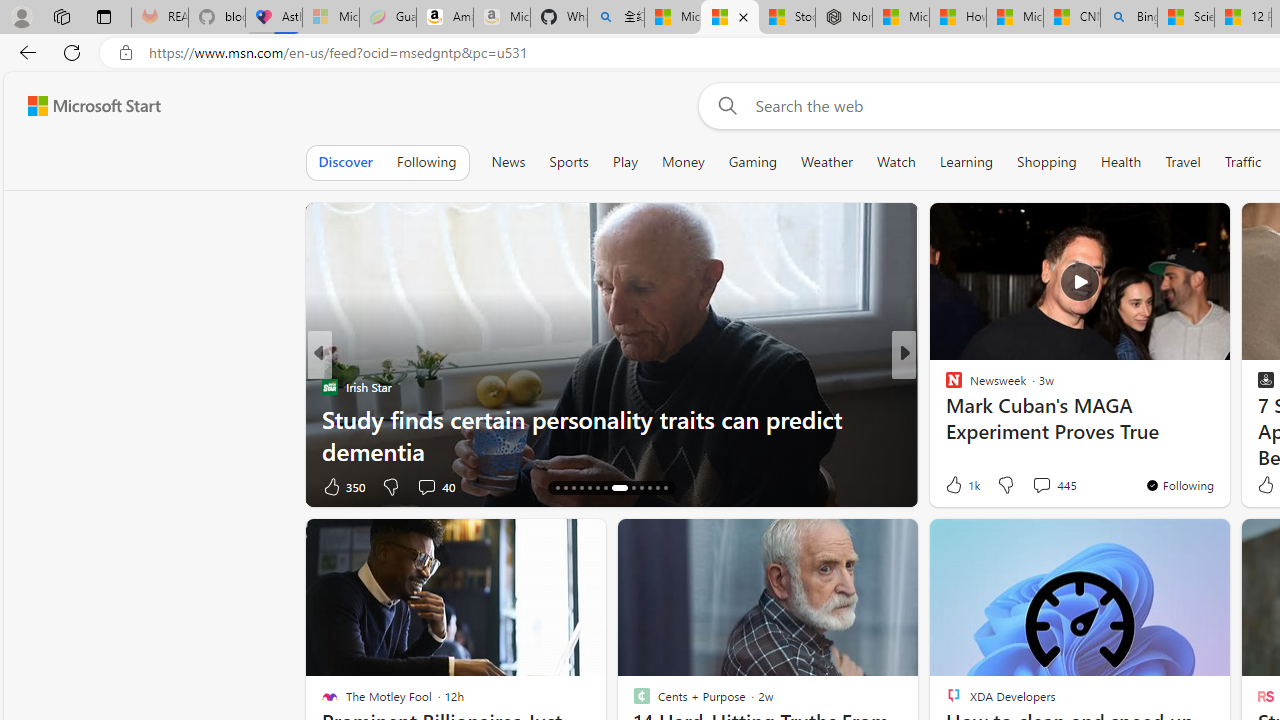  Describe the element at coordinates (955, 486) in the screenshot. I see `'86 Like'` at that location.